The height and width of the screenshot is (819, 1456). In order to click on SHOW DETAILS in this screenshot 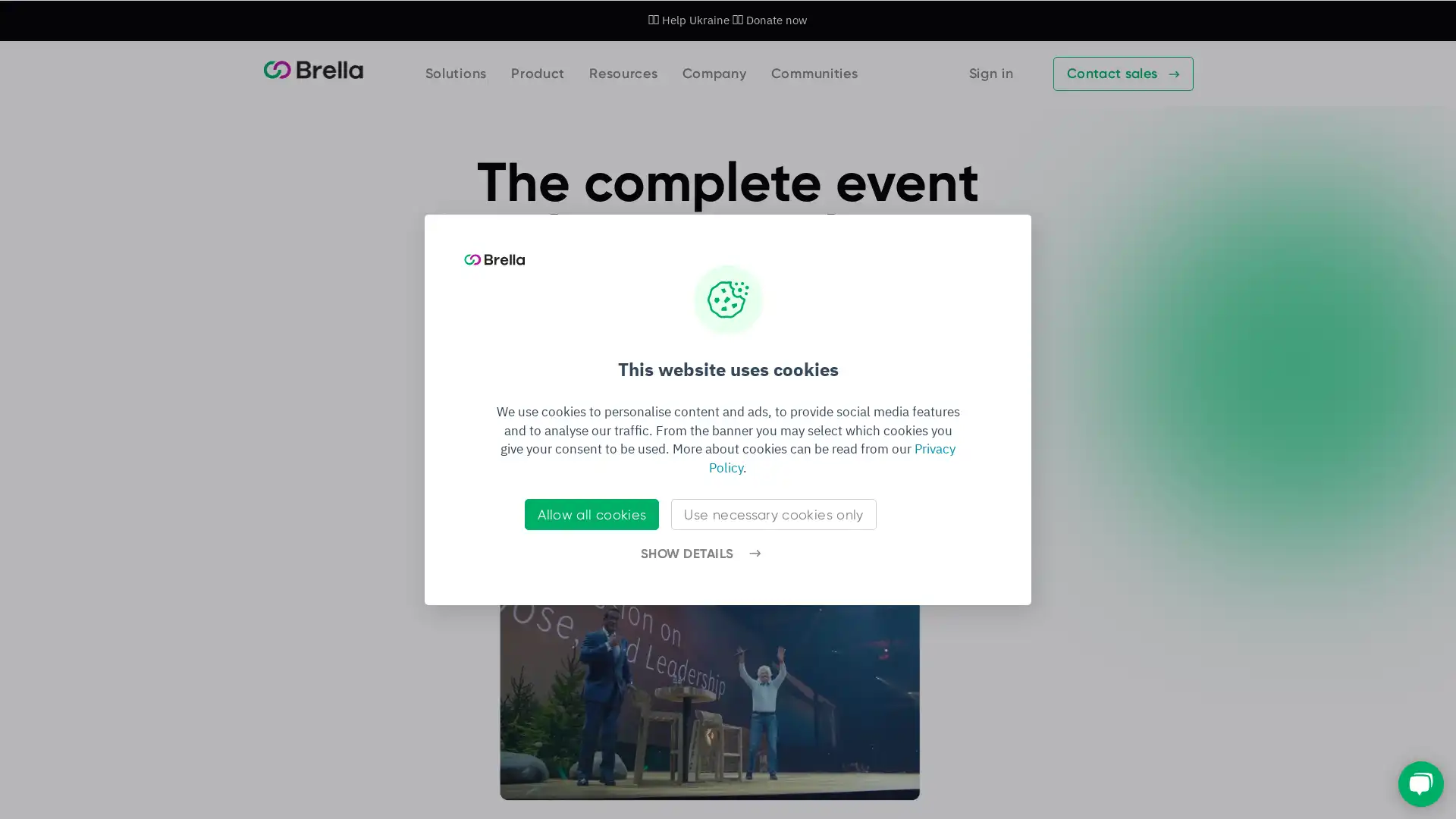, I will do `click(699, 554)`.